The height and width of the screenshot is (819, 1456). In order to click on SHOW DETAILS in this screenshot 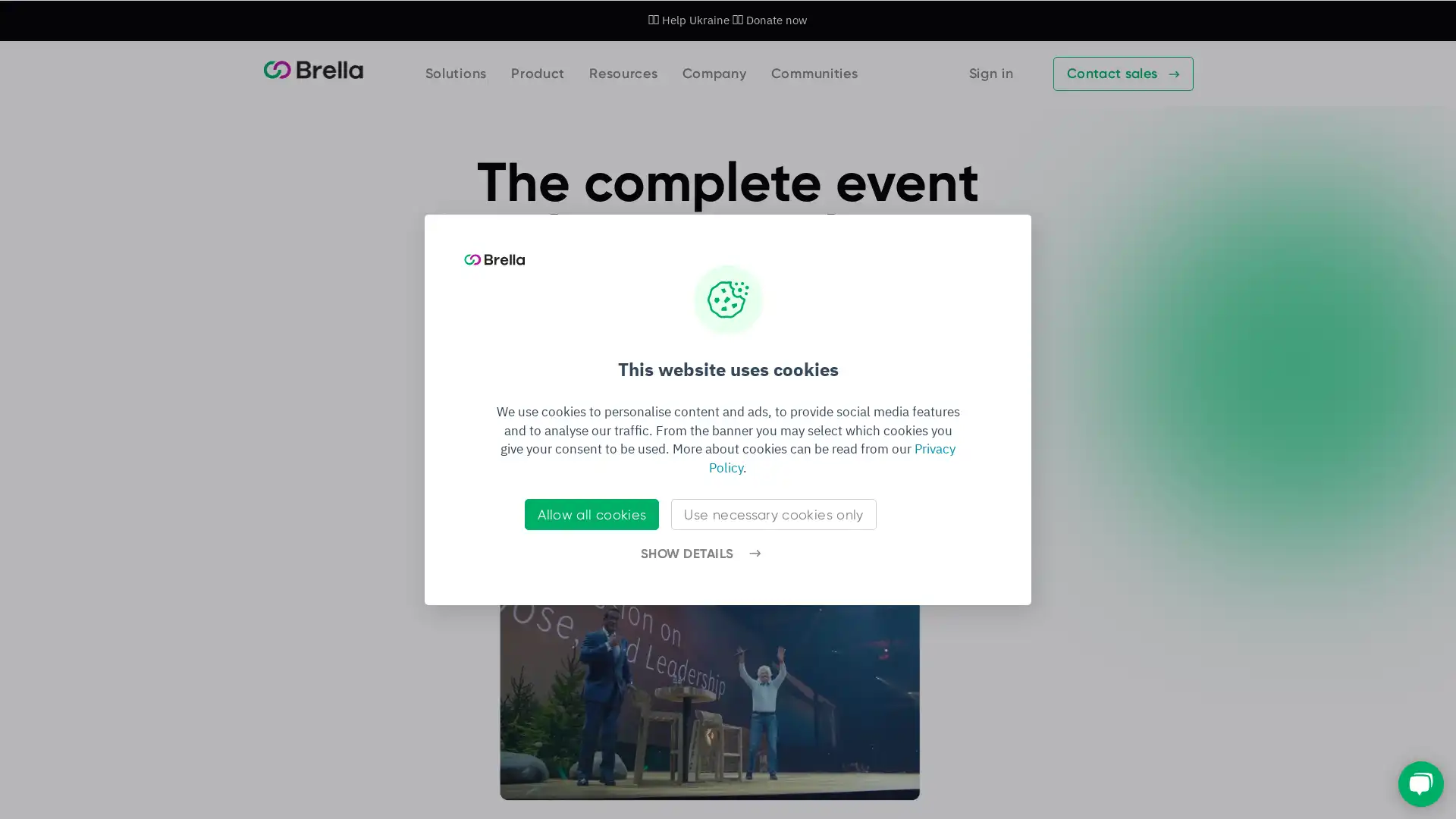, I will do `click(699, 554)`.